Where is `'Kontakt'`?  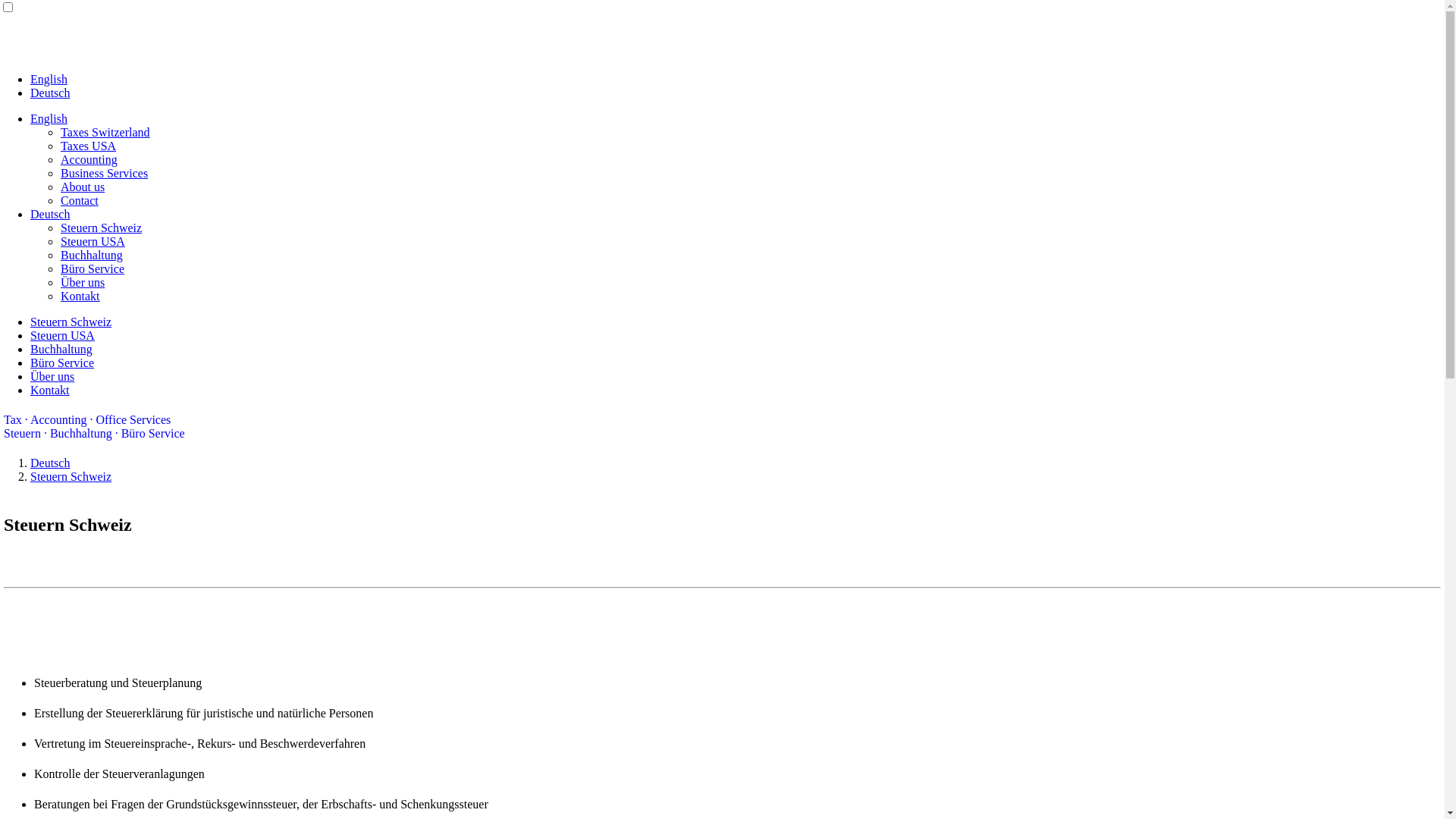 'Kontakt' is located at coordinates (79, 296).